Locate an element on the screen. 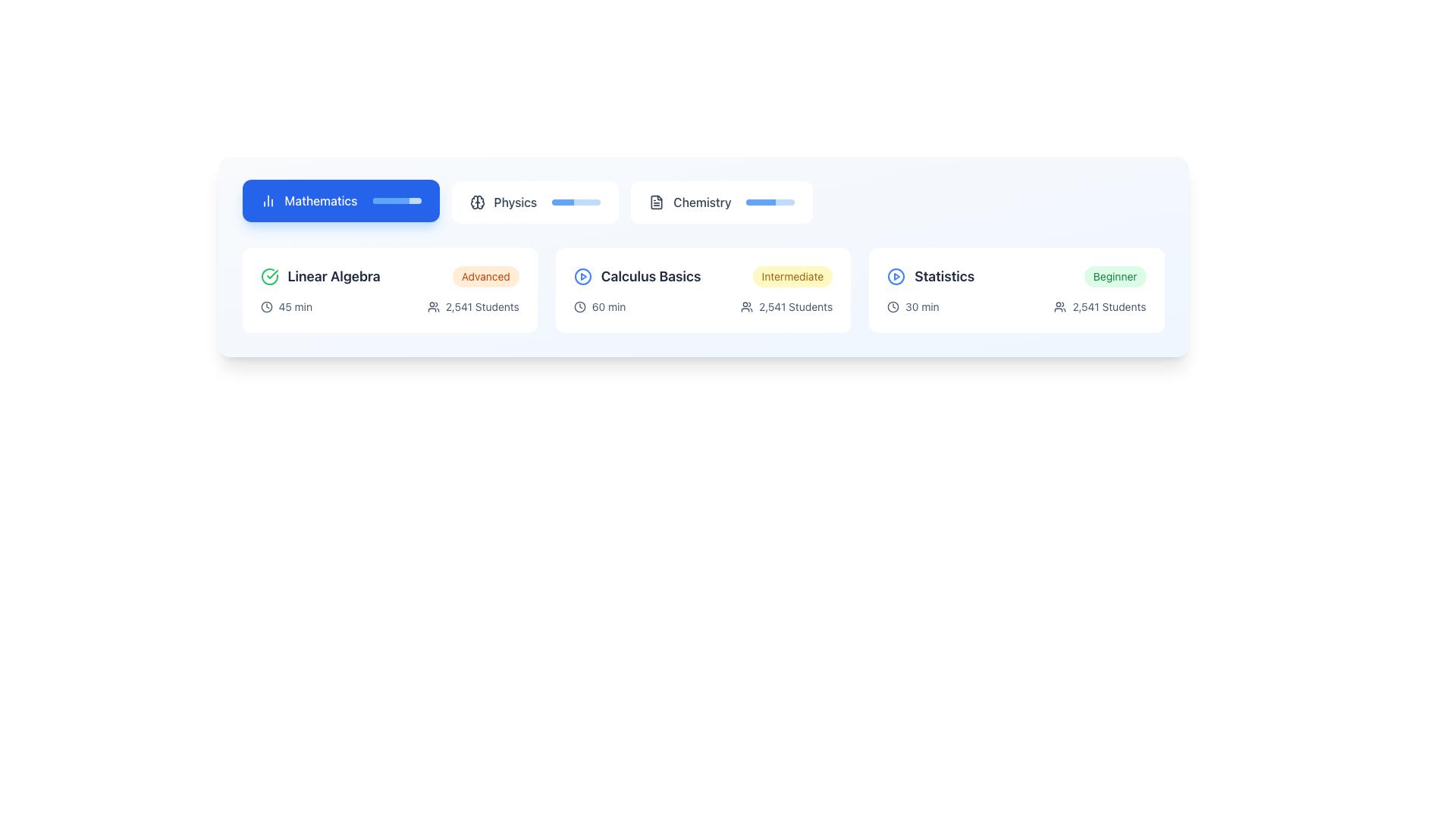 This screenshot has width=1456, height=819. the 'Statistics' course card, which is the third card in the row under the 'Mathematics' section is located at coordinates (1016, 290).